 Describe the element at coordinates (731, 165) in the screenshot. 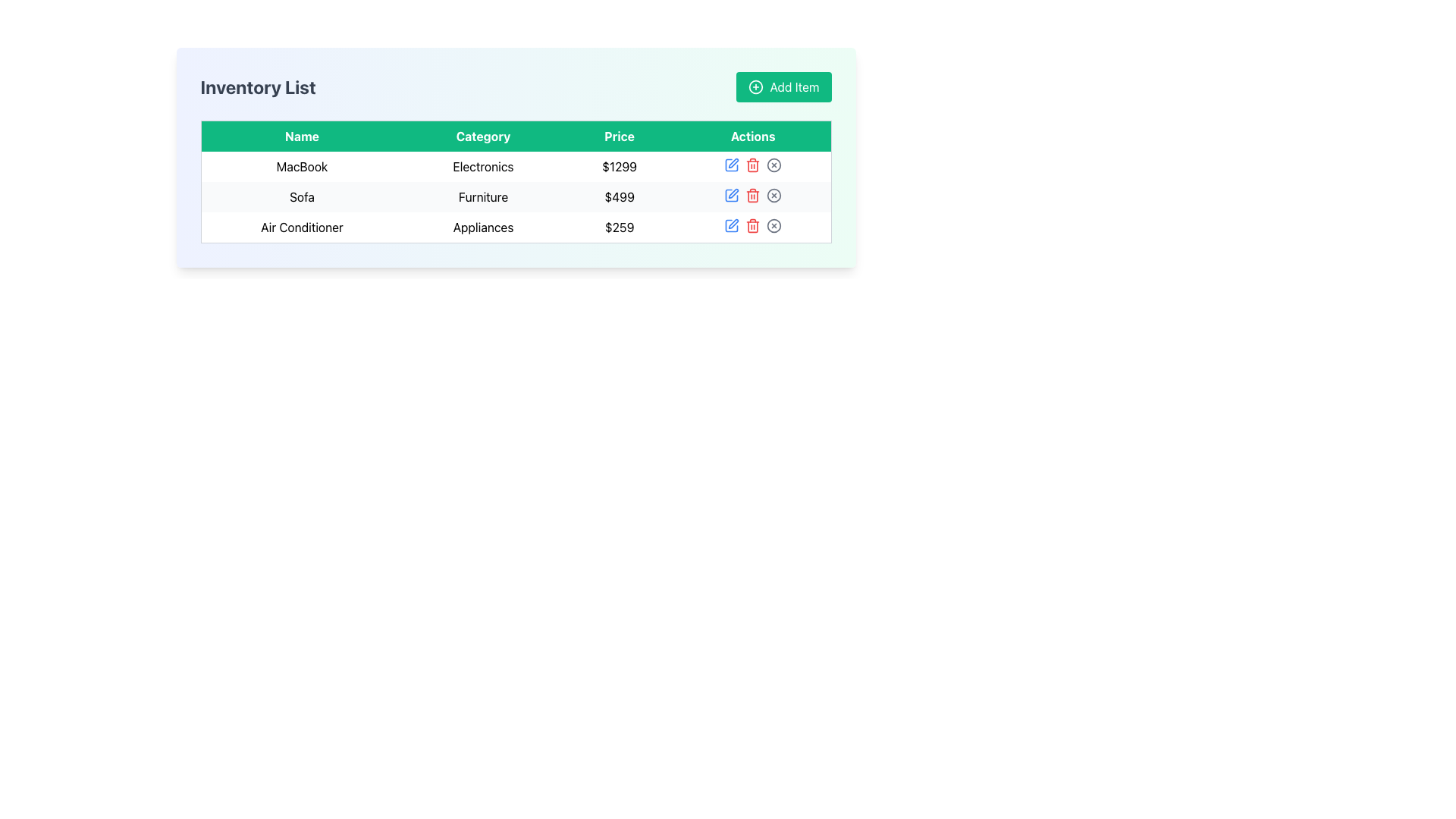

I see `the edit icon button located in the 'Actions' column of the first row in the table to initiate the edit action` at that location.